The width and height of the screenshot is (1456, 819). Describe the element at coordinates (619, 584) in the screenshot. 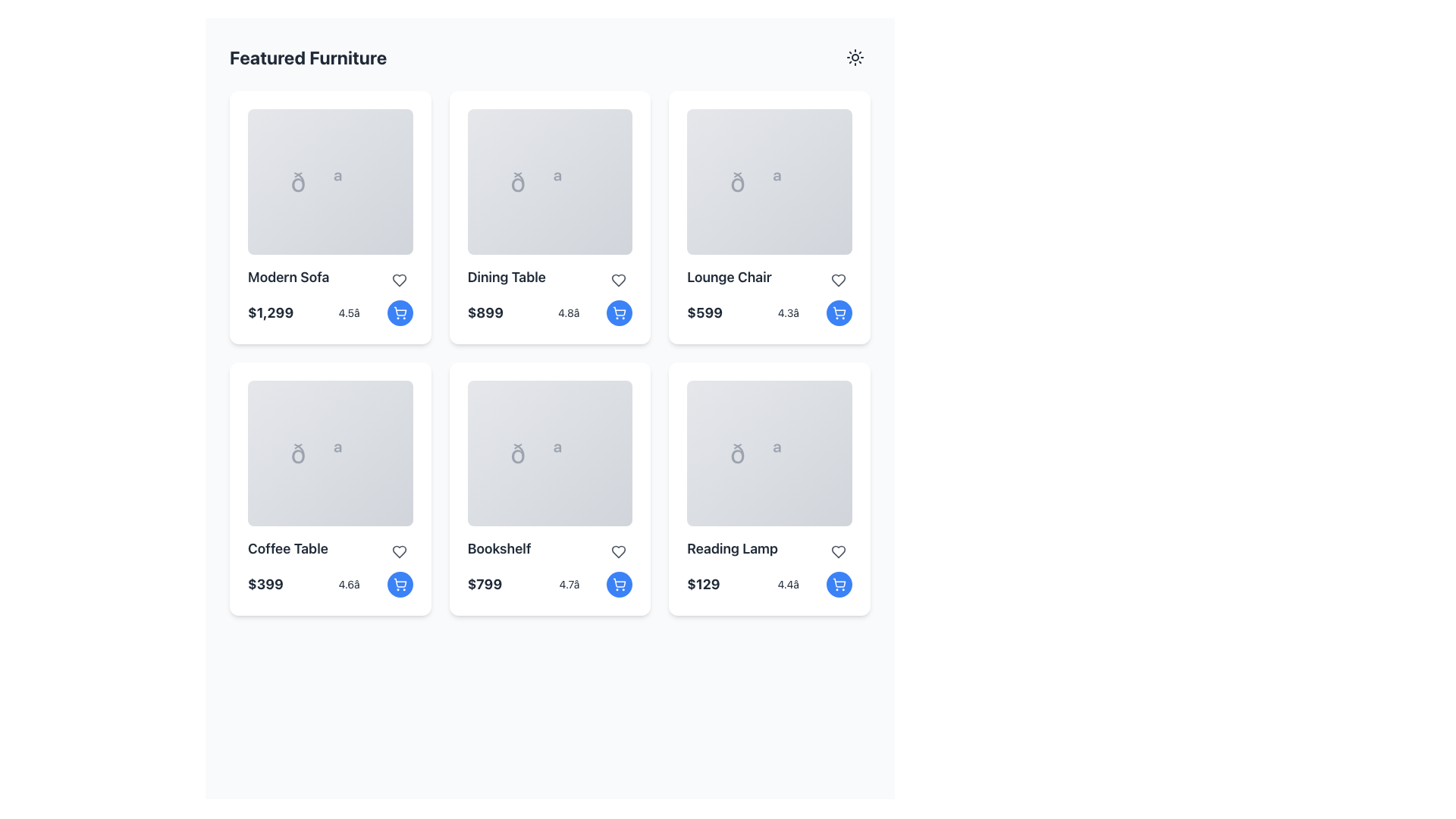

I see `the 'Add to Cart' icon button located in the bottom right corner of the 'Bookshelf' card in the 'Featured Furniture' grid` at that location.